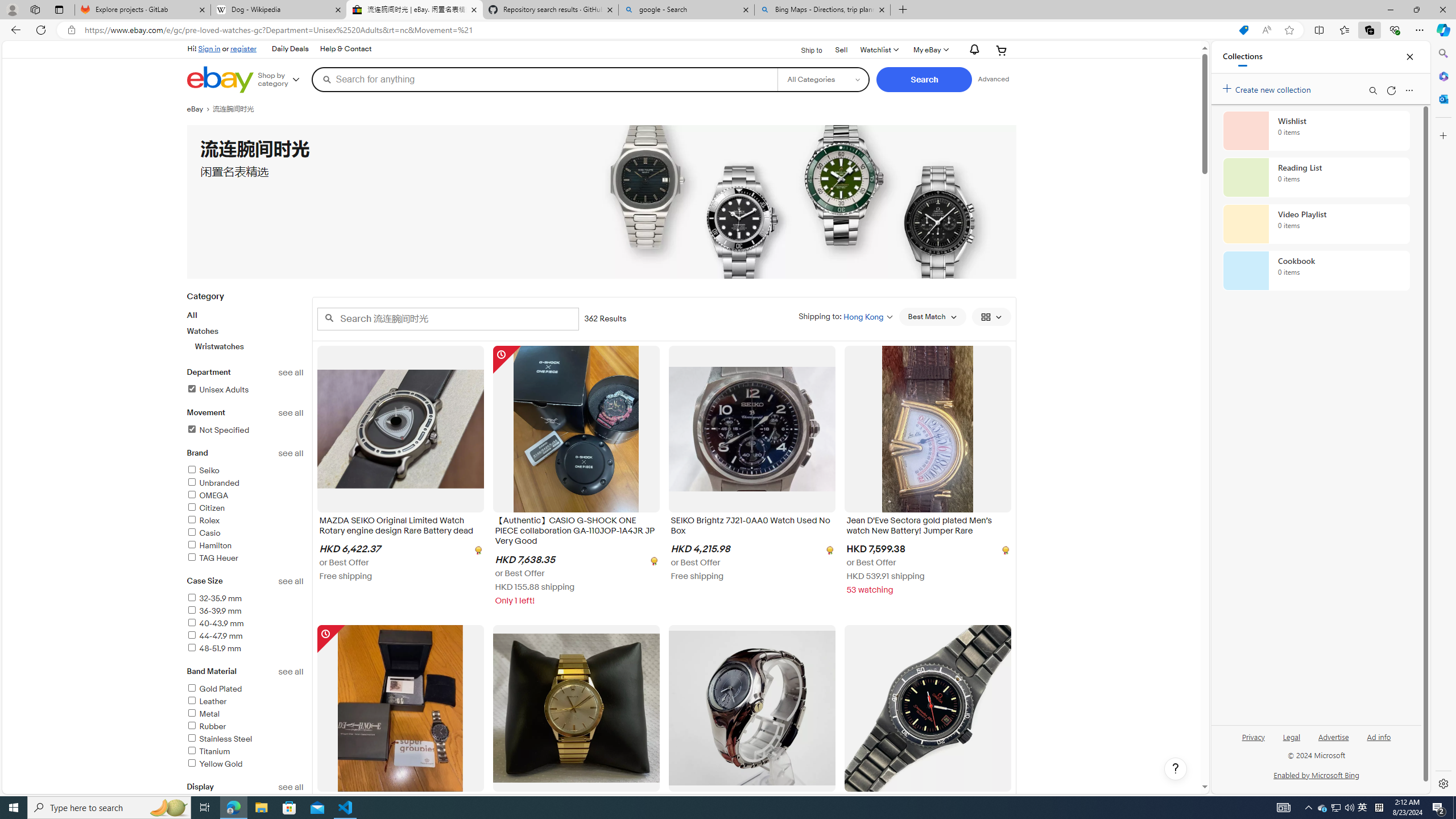  What do you see at coordinates (220, 79) in the screenshot?
I see `'eBay Home'` at bounding box center [220, 79].